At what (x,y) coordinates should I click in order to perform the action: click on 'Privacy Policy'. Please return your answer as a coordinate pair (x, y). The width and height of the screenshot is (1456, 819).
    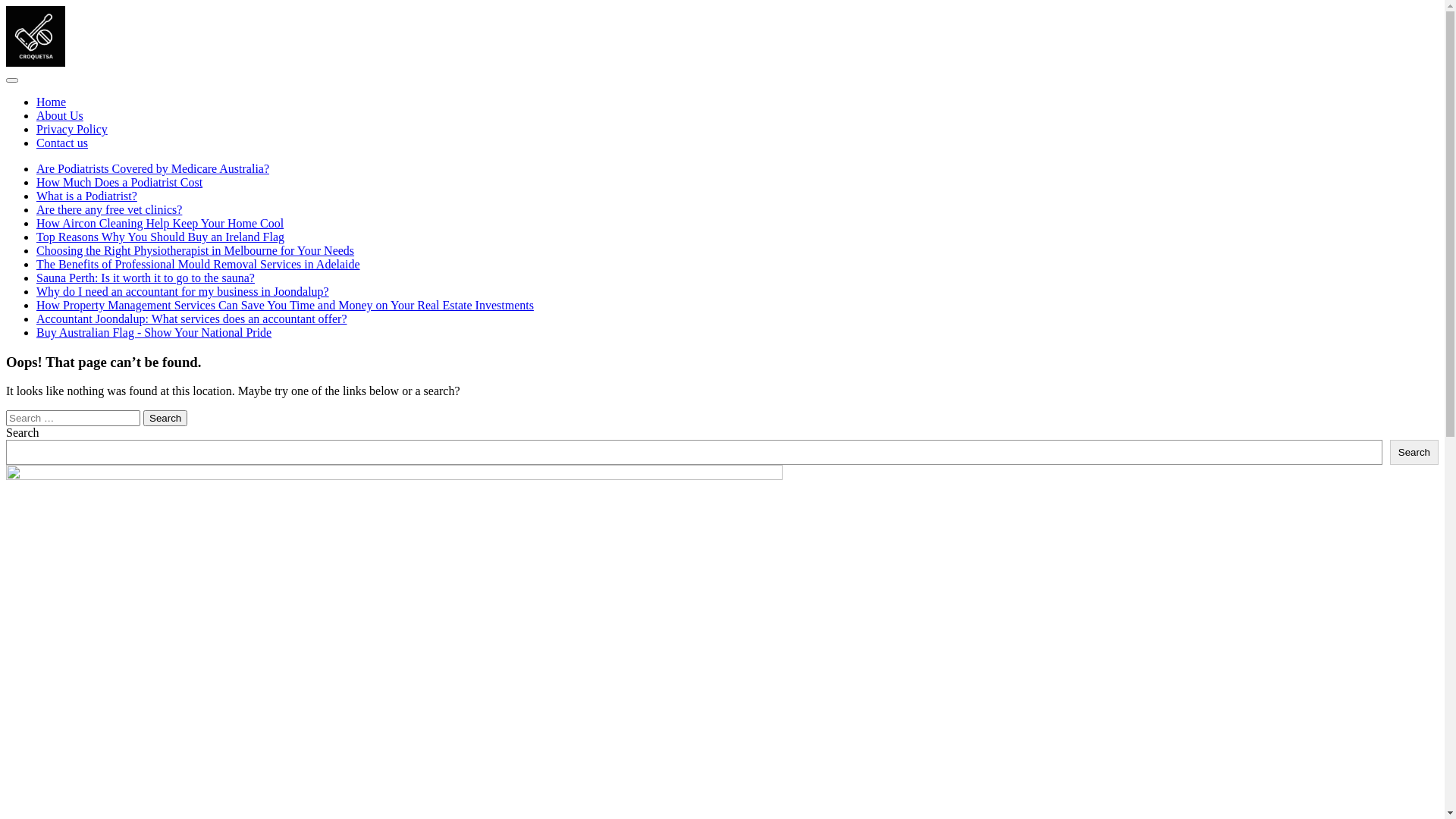
    Looking at the image, I should click on (71, 128).